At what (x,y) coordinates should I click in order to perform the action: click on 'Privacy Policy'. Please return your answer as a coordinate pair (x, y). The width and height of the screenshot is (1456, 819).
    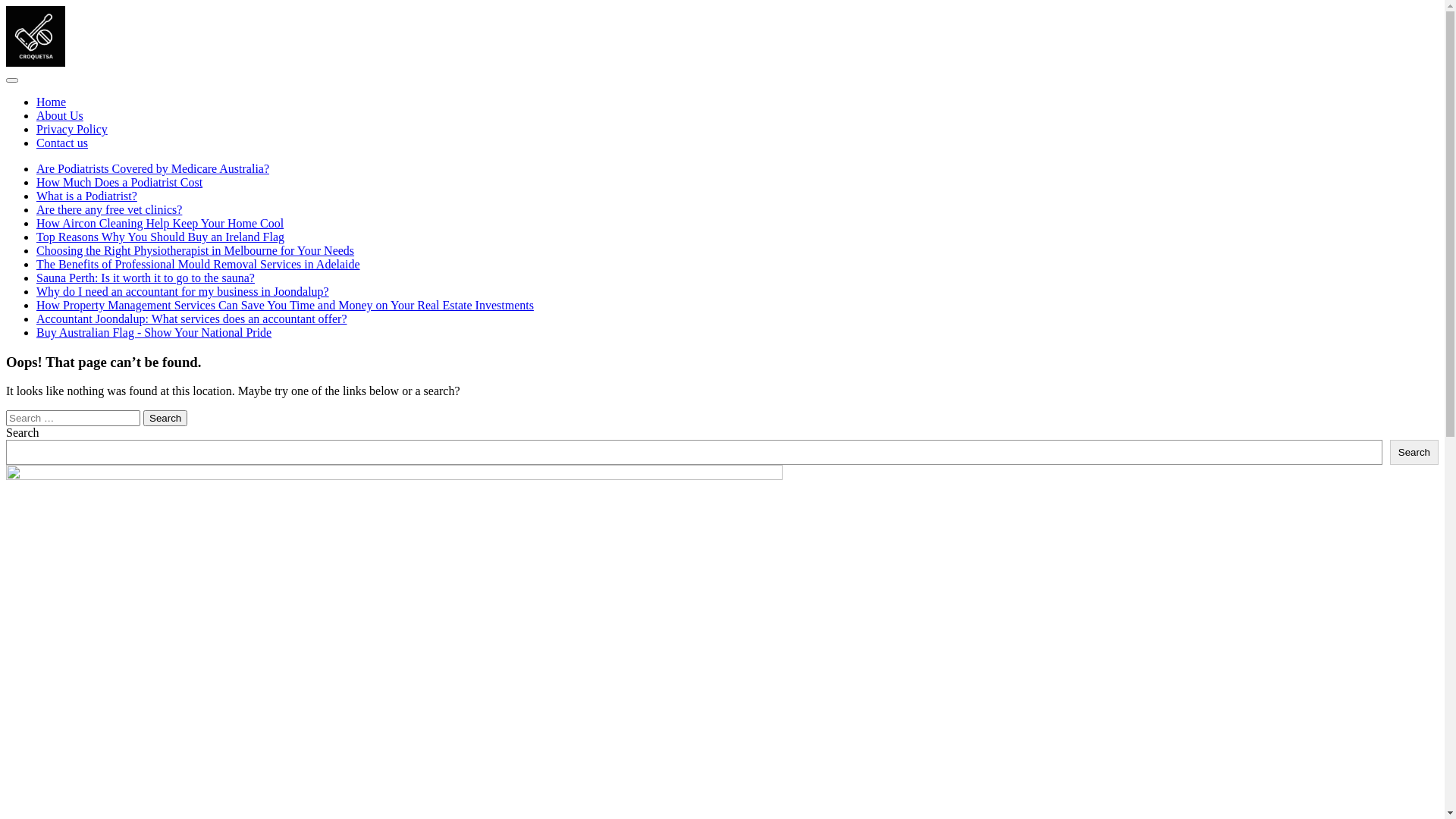
    Looking at the image, I should click on (71, 128).